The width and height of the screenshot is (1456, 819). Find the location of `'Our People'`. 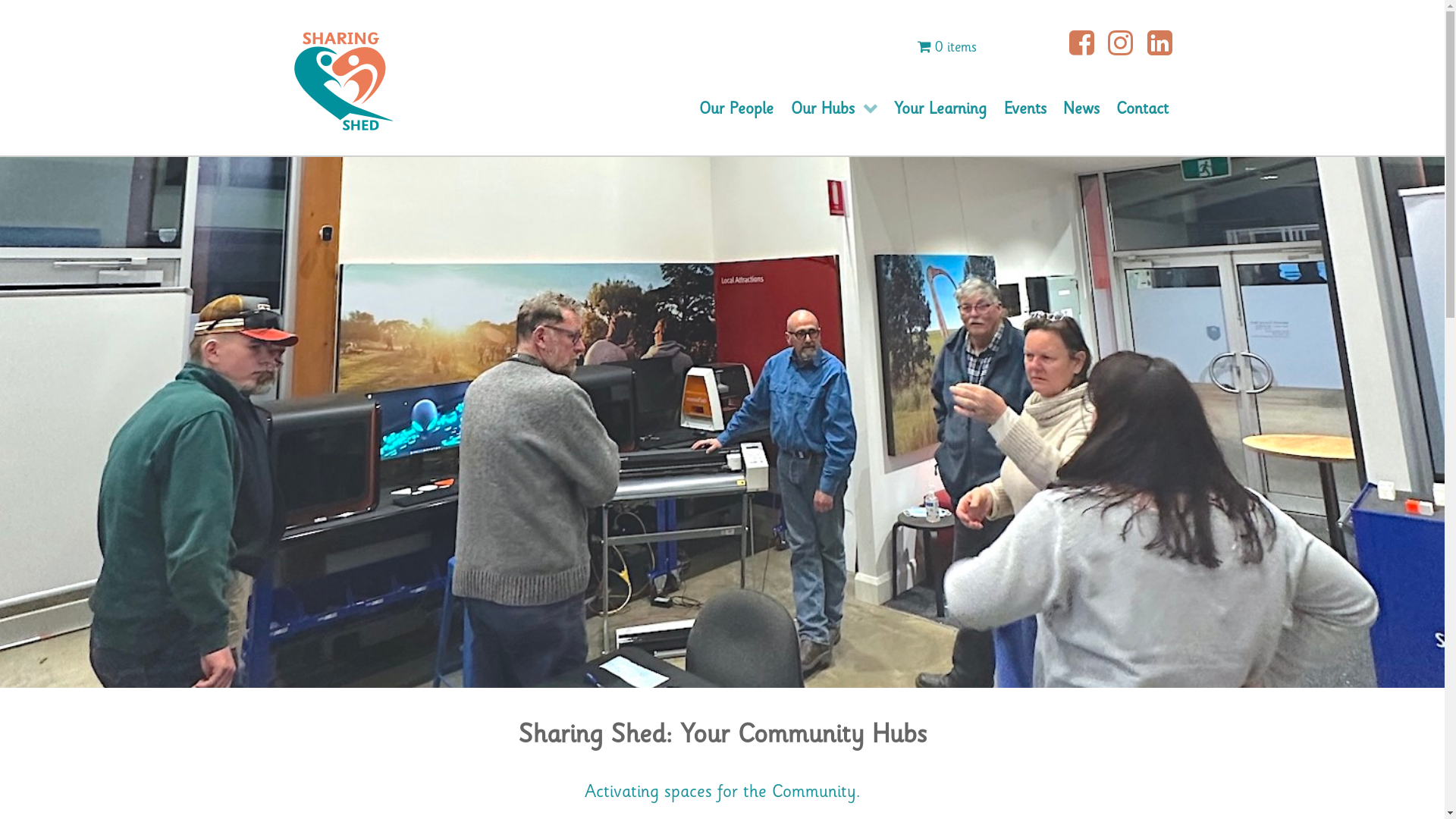

'Our People' is located at coordinates (690, 108).